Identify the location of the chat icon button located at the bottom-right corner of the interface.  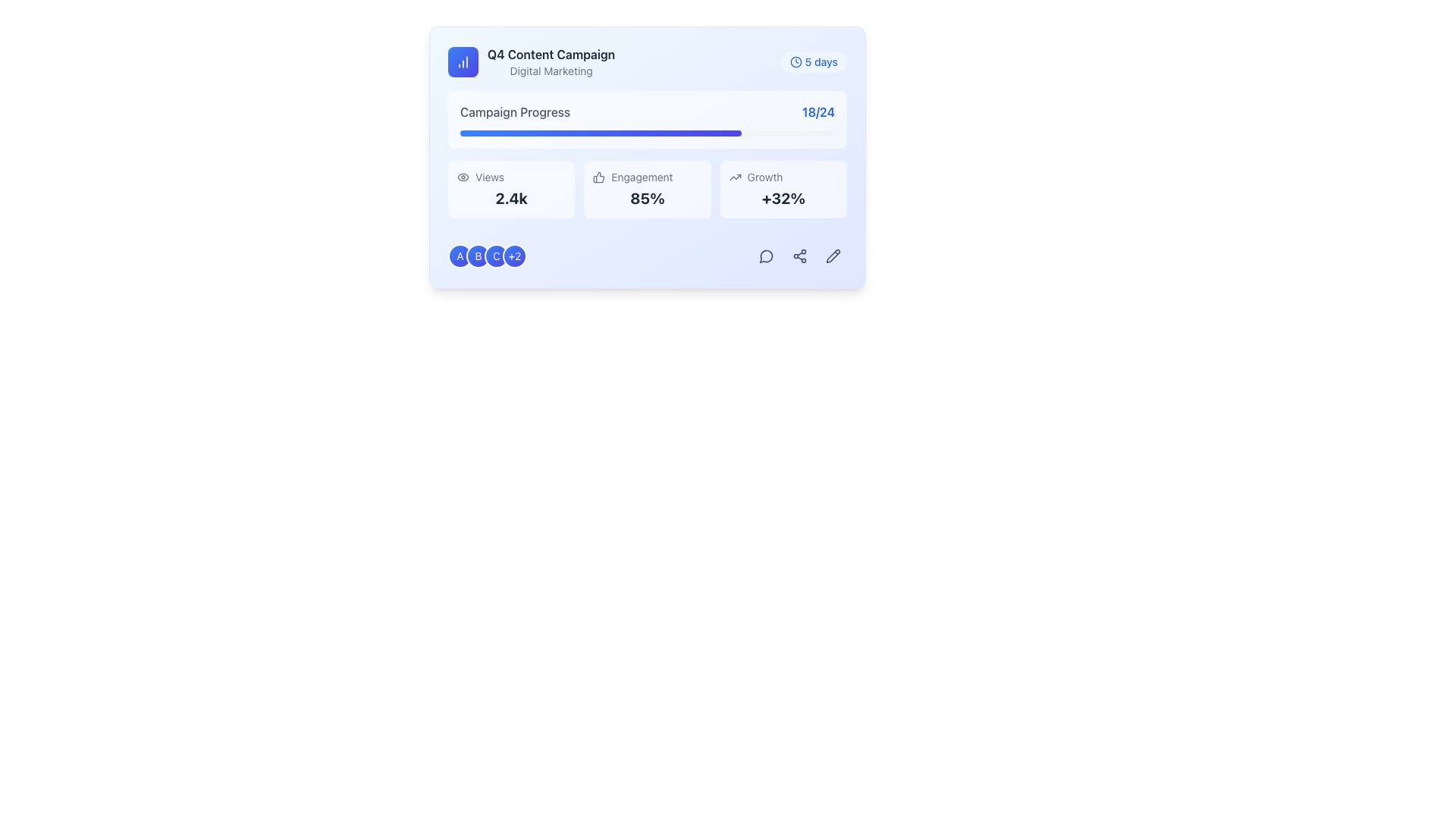
(767, 256).